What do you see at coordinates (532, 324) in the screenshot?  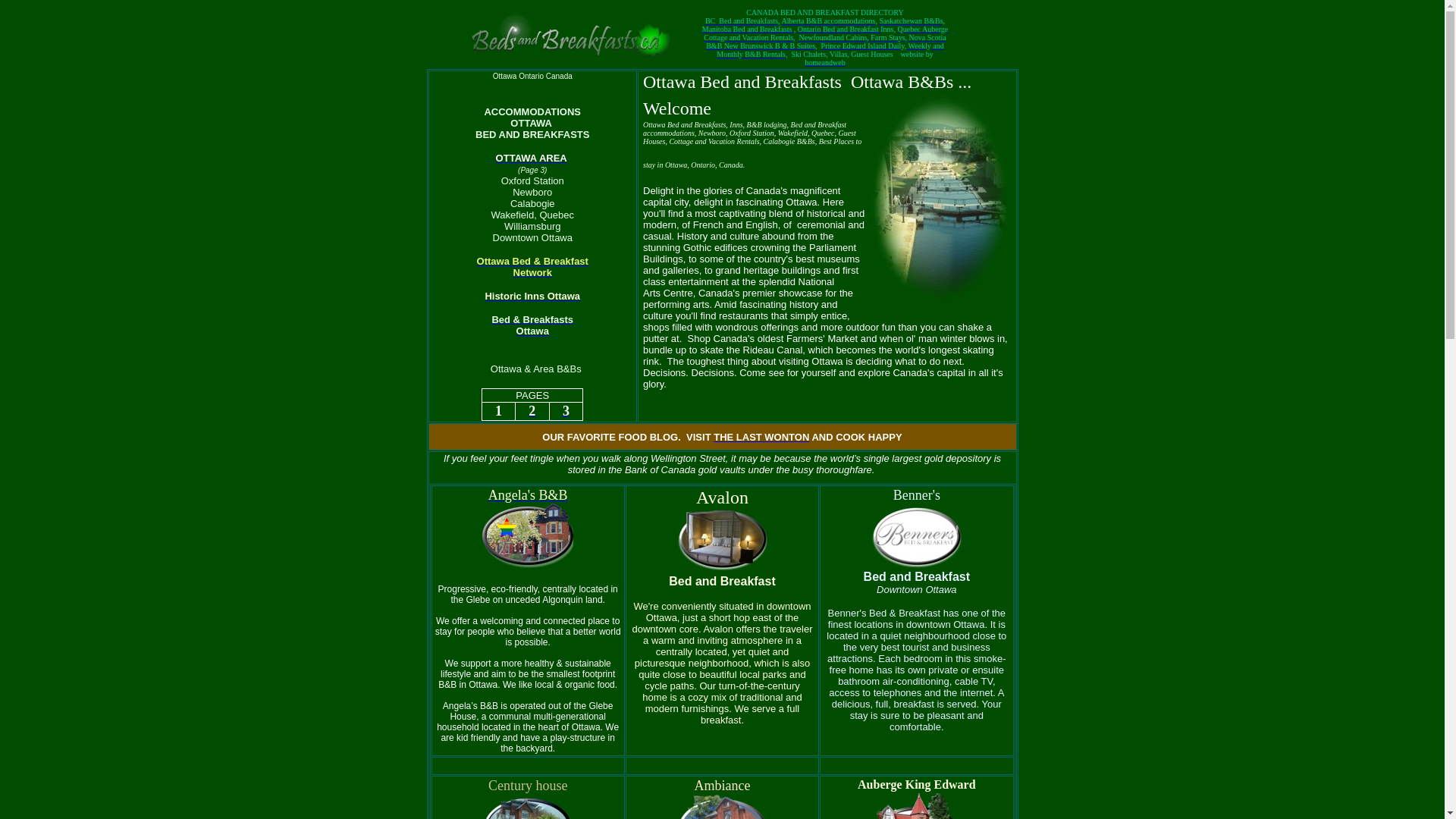 I see `'Bed & Breakfasts` at bounding box center [532, 324].